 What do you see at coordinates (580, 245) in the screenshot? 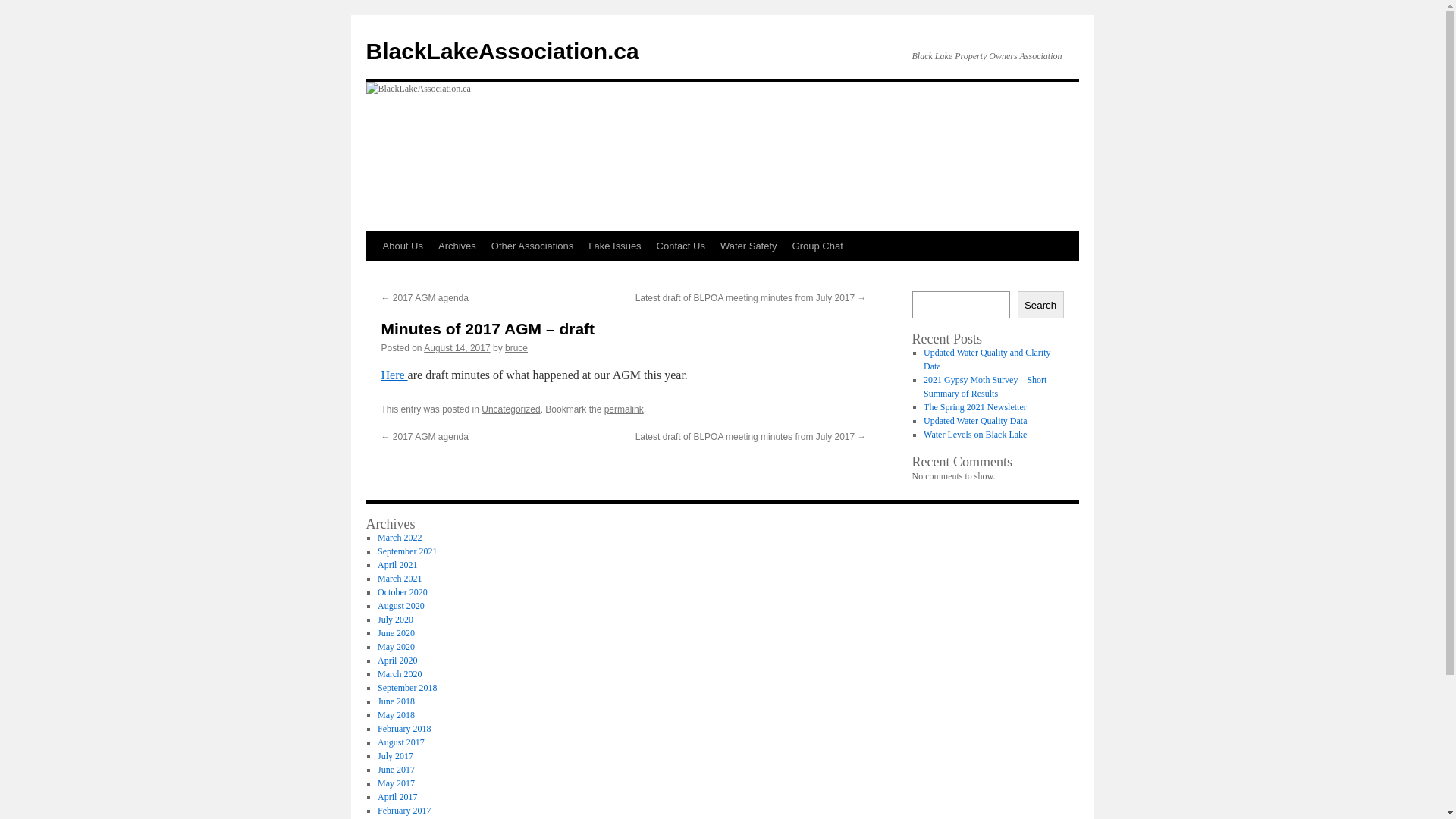
I see `'Lake Issues'` at bounding box center [580, 245].